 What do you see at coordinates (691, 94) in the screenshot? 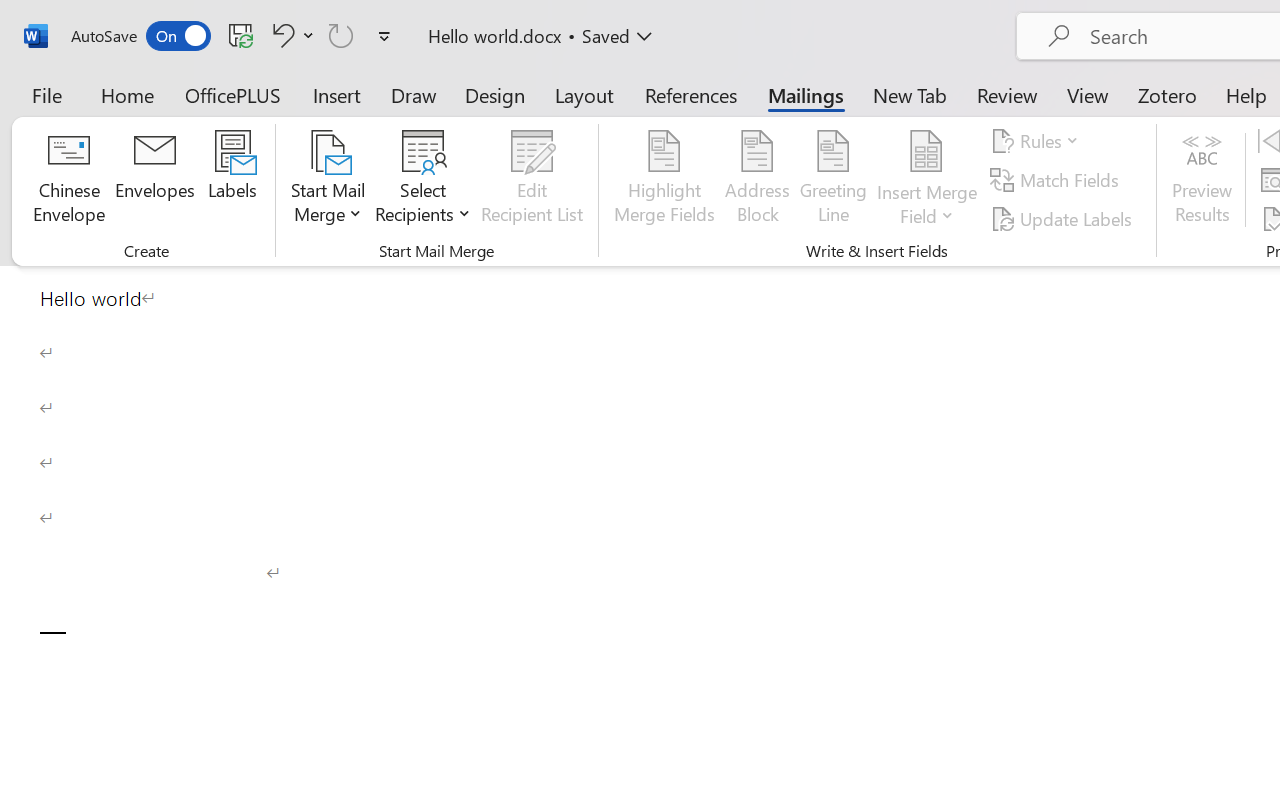
I see `'References'` at bounding box center [691, 94].